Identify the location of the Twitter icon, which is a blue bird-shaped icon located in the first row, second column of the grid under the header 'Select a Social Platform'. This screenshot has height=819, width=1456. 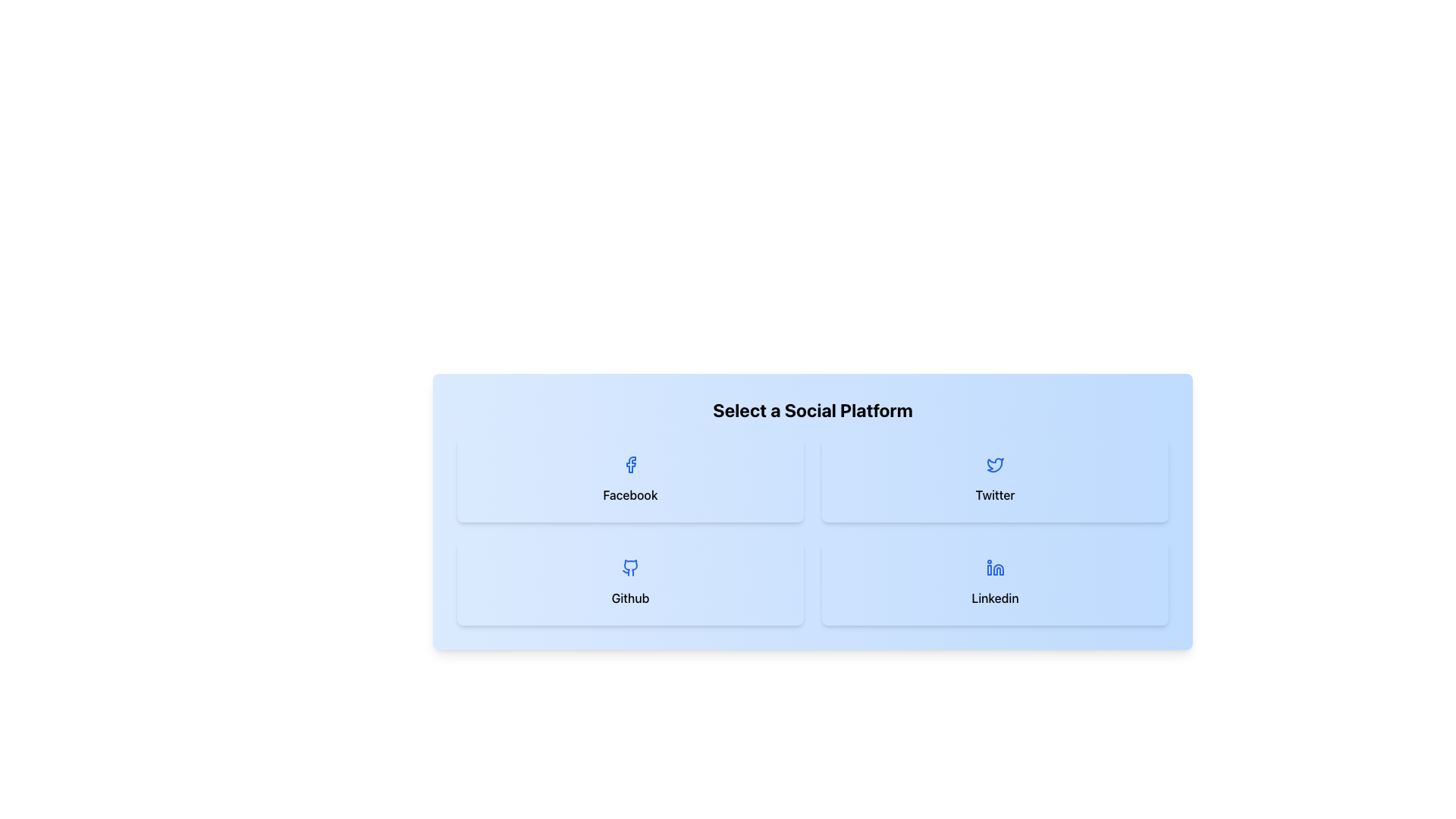
(995, 464).